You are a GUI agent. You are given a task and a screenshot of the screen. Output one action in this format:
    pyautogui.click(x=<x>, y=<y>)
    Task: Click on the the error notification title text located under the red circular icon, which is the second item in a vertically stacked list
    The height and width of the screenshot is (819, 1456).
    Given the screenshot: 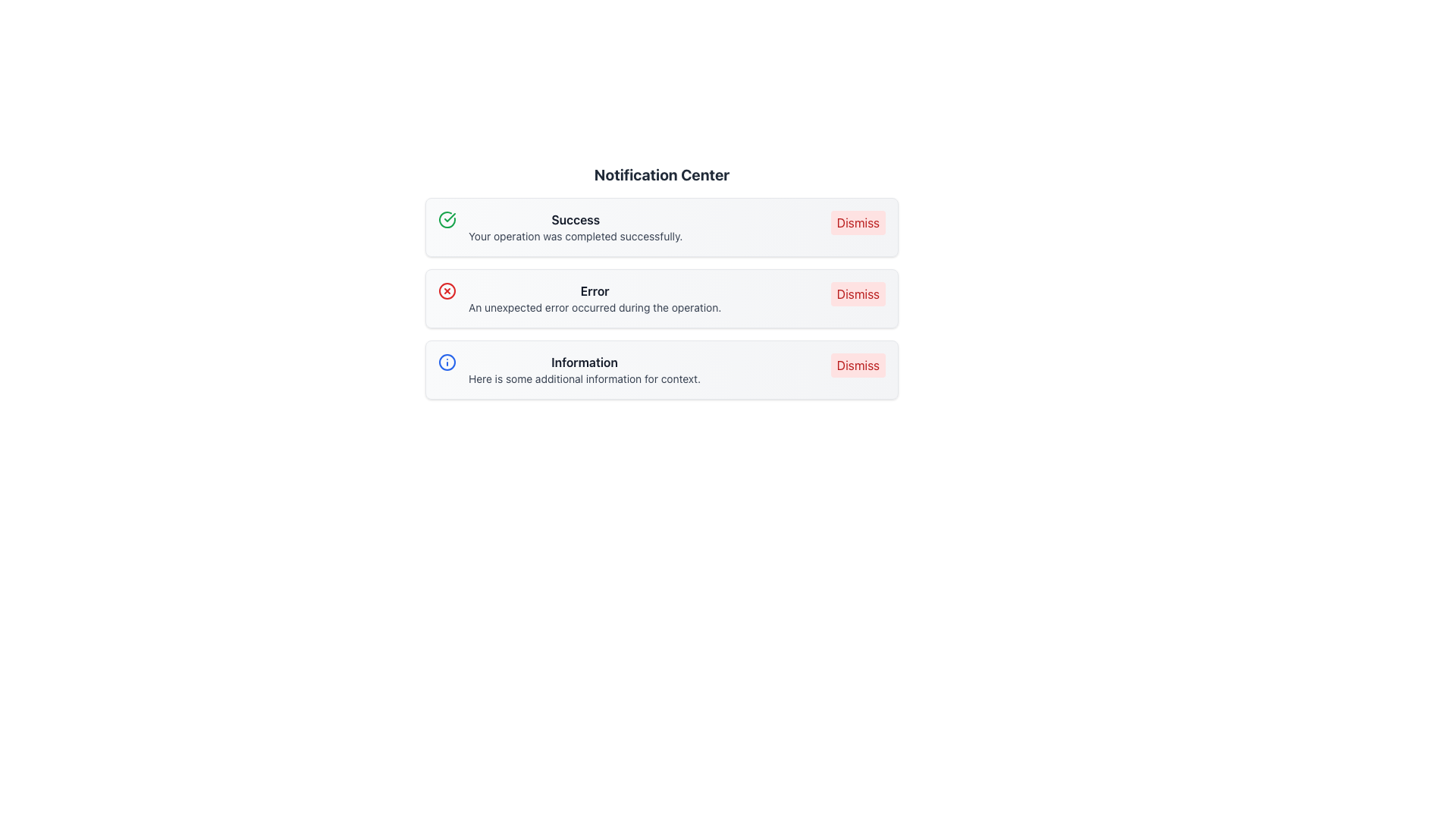 What is the action you would take?
    pyautogui.click(x=594, y=291)
    